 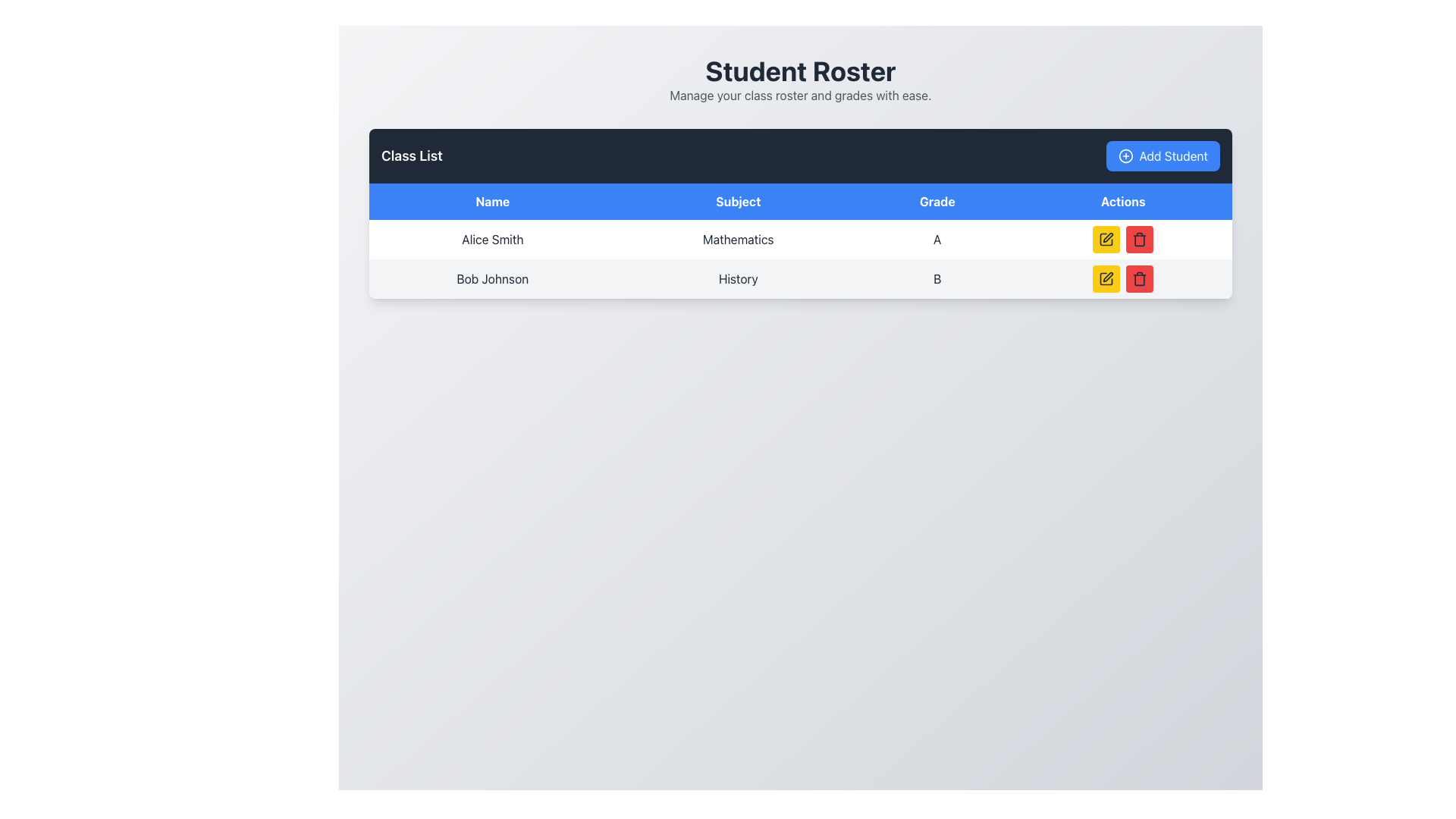 What do you see at coordinates (1108, 277) in the screenshot?
I see `the pen-shaped vector graphic icon located within the yellow rectangular button in the second row of the table under the 'Actions' column` at bounding box center [1108, 277].